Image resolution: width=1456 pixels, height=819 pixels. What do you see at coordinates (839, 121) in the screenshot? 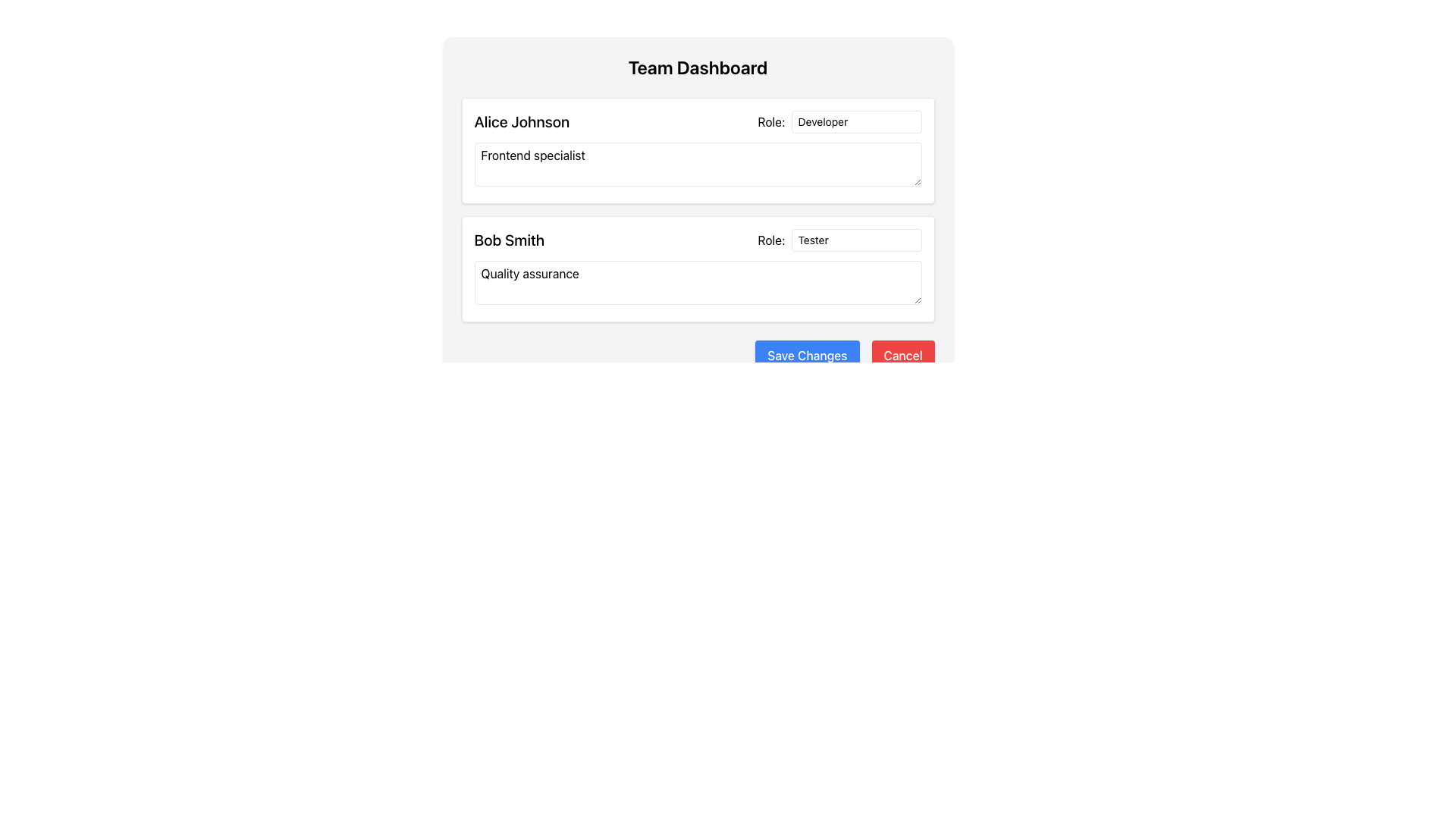
I see `the labeled input field for 'Role:' which contains the text box displaying 'Developer'` at bounding box center [839, 121].